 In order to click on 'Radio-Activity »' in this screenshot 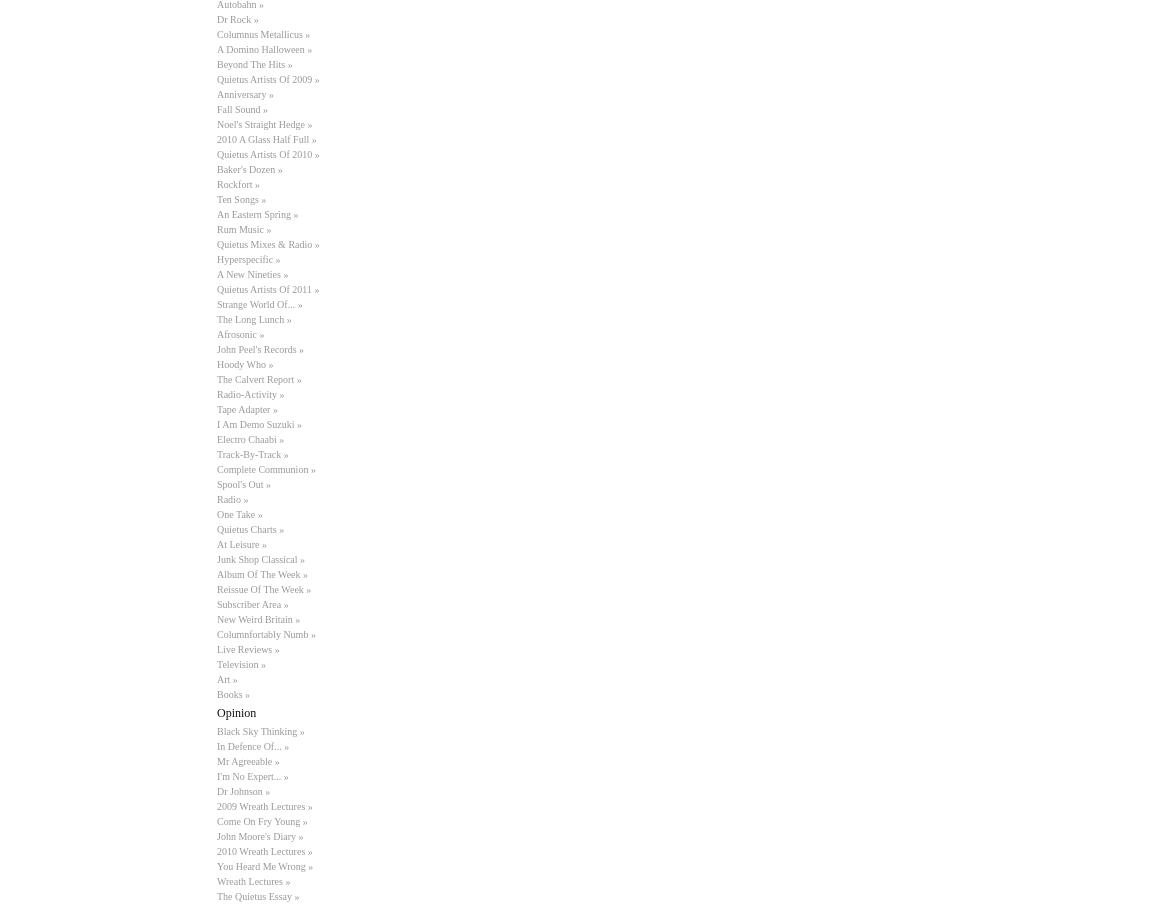, I will do `click(250, 394)`.